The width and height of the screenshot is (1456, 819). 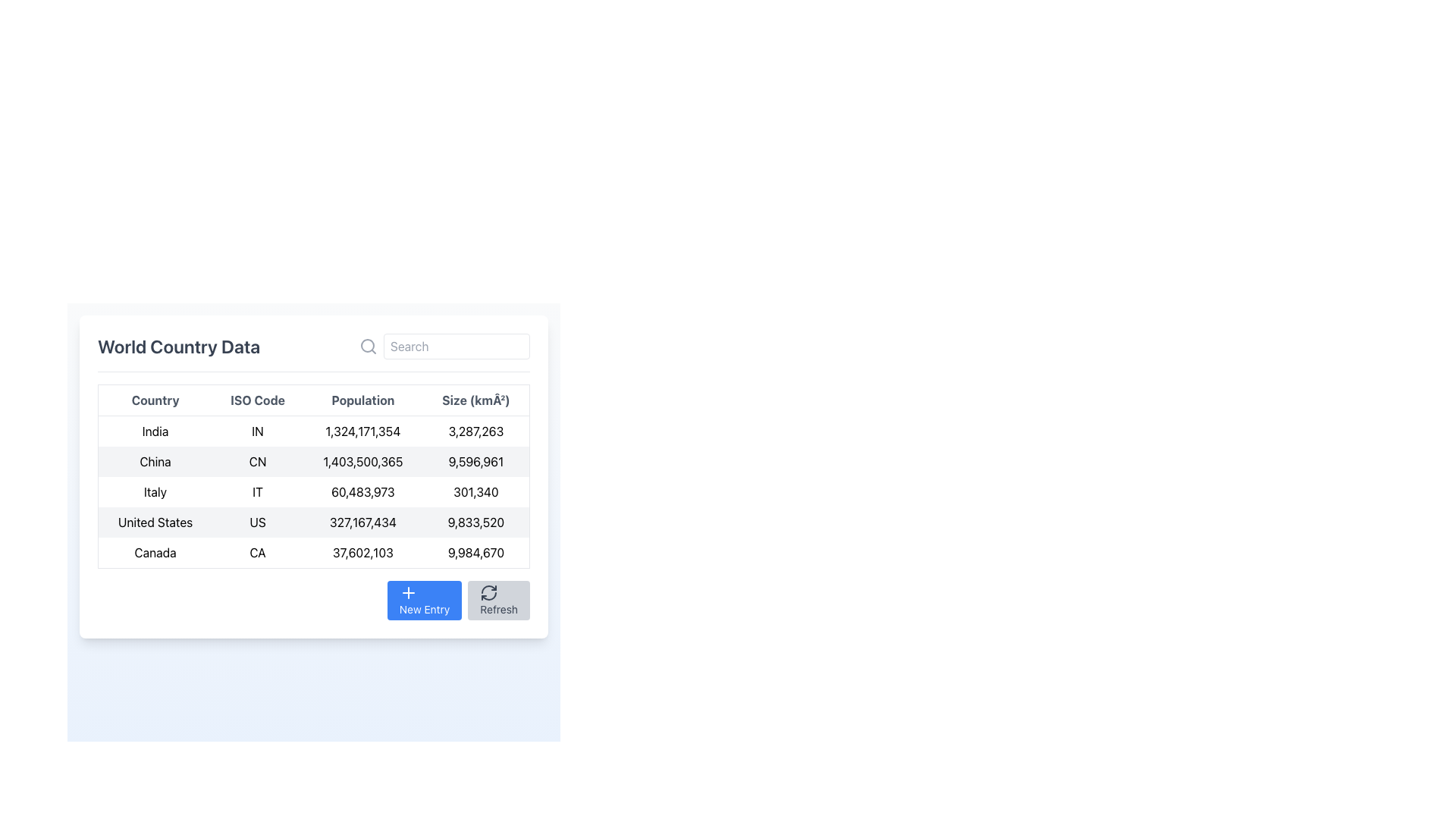 What do you see at coordinates (362, 553) in the screenshot?
I see `the static text element displaying the population number '37,602,103' for Canada in the 'Population' column` at bounding box center [362, 553].